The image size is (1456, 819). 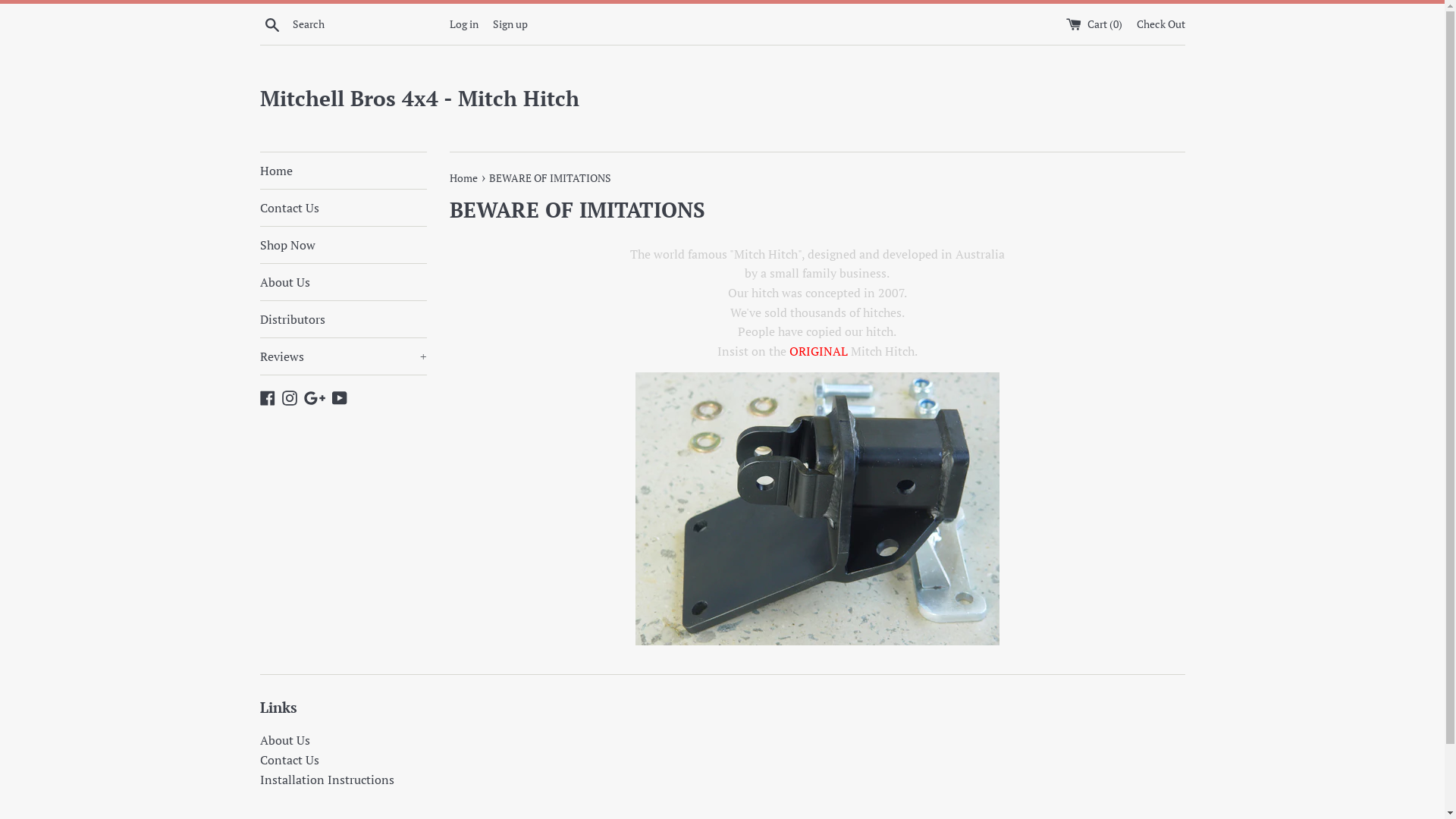 What do you see at coordinates (259, 396) in the screenshot?
I see `'Facebook'` at bounding box center [259, 396].